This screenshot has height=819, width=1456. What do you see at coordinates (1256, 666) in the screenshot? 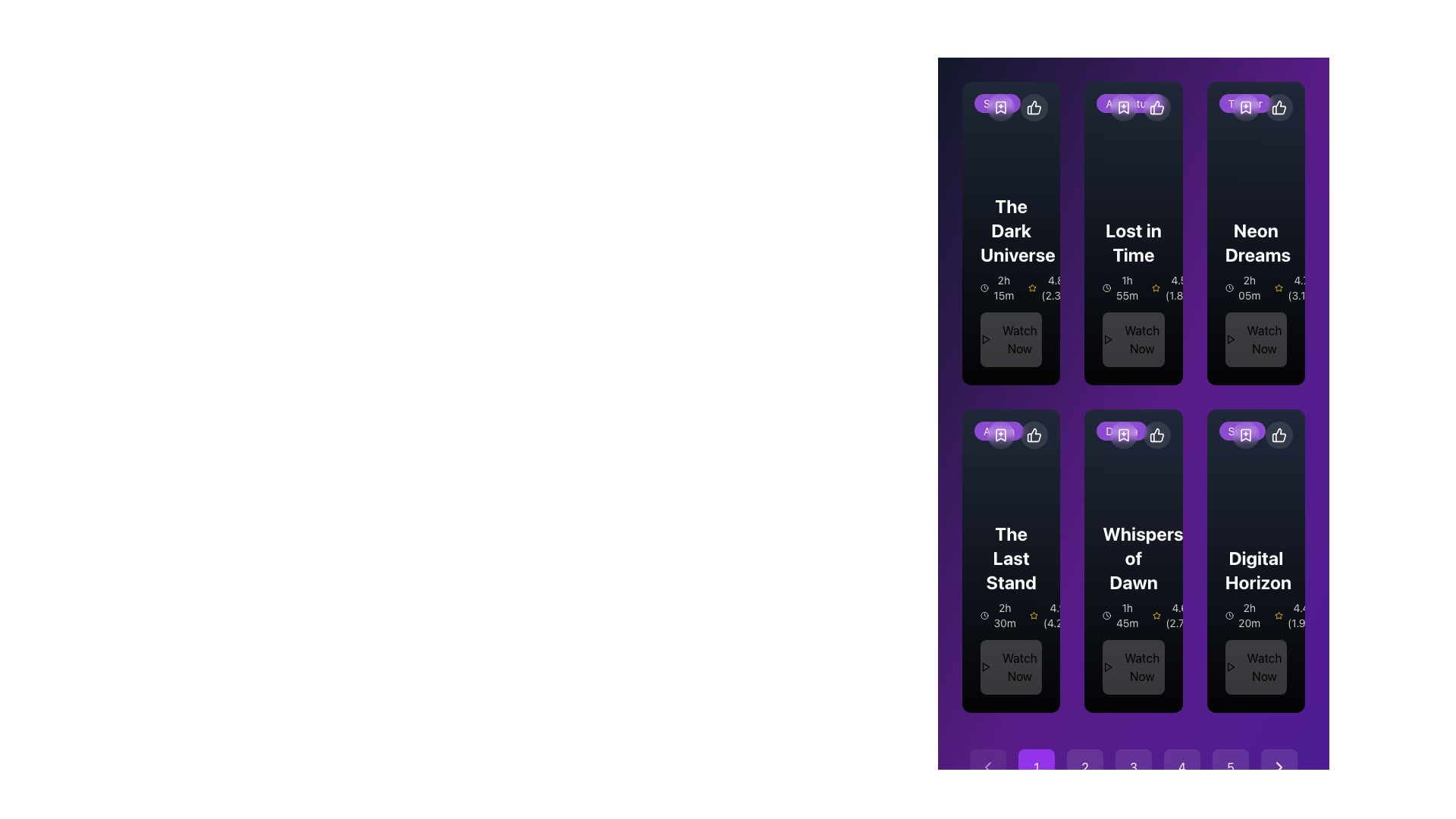
I see `the 'Watch Now' button, which is a rounded button with a dark background and white text, positioned at the bottom-center of the 'Digital Horizon' movie section` at bounding box center [1256, 666].